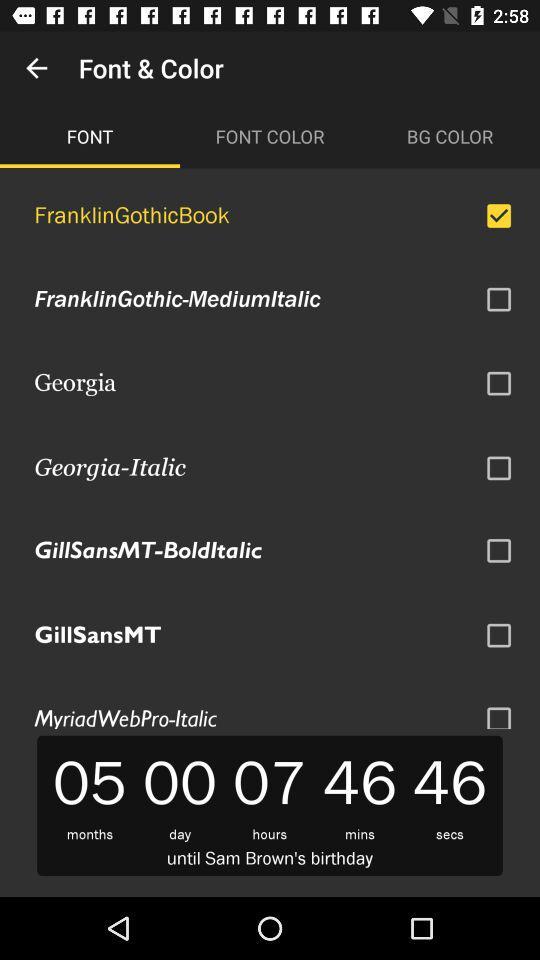  Describe the element at coordinates (449, 135) in the screenshot. I see `the bg color item` at that location.